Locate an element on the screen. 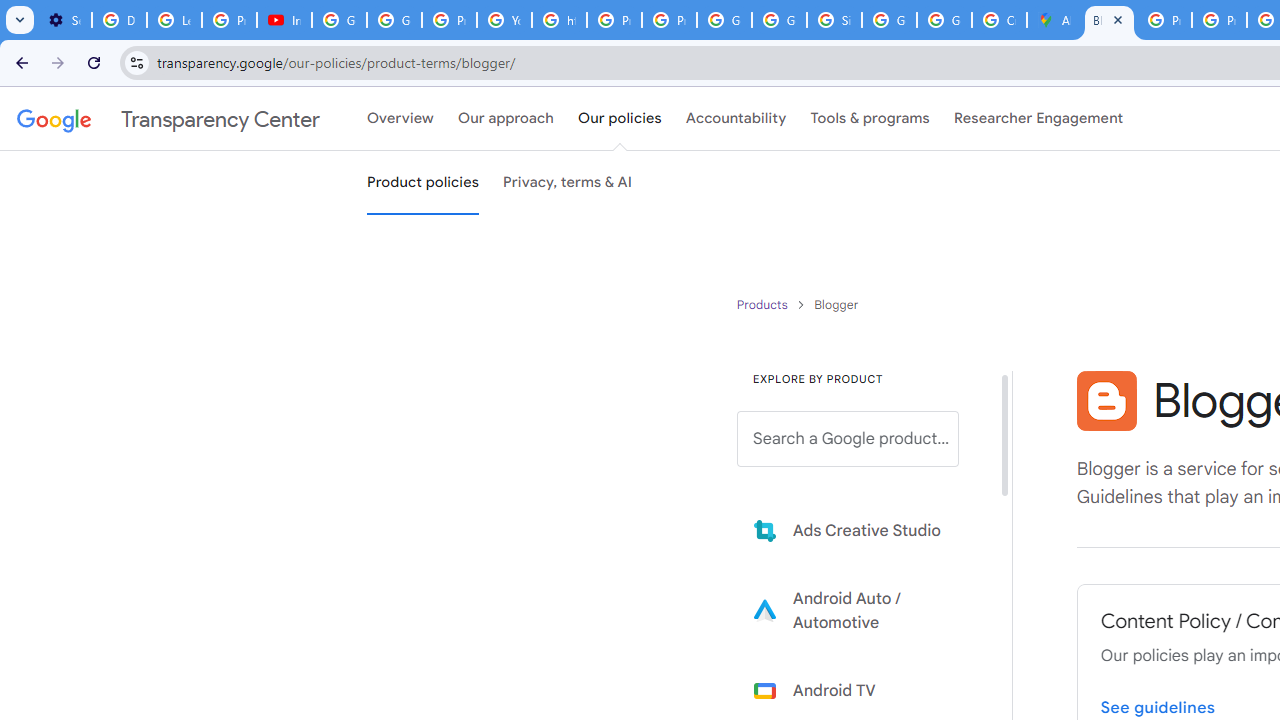 Image resolution: width=1280 pixels, height=720 pixels. 'Learn more about Android Auto' is located at coordinates (862, 609).